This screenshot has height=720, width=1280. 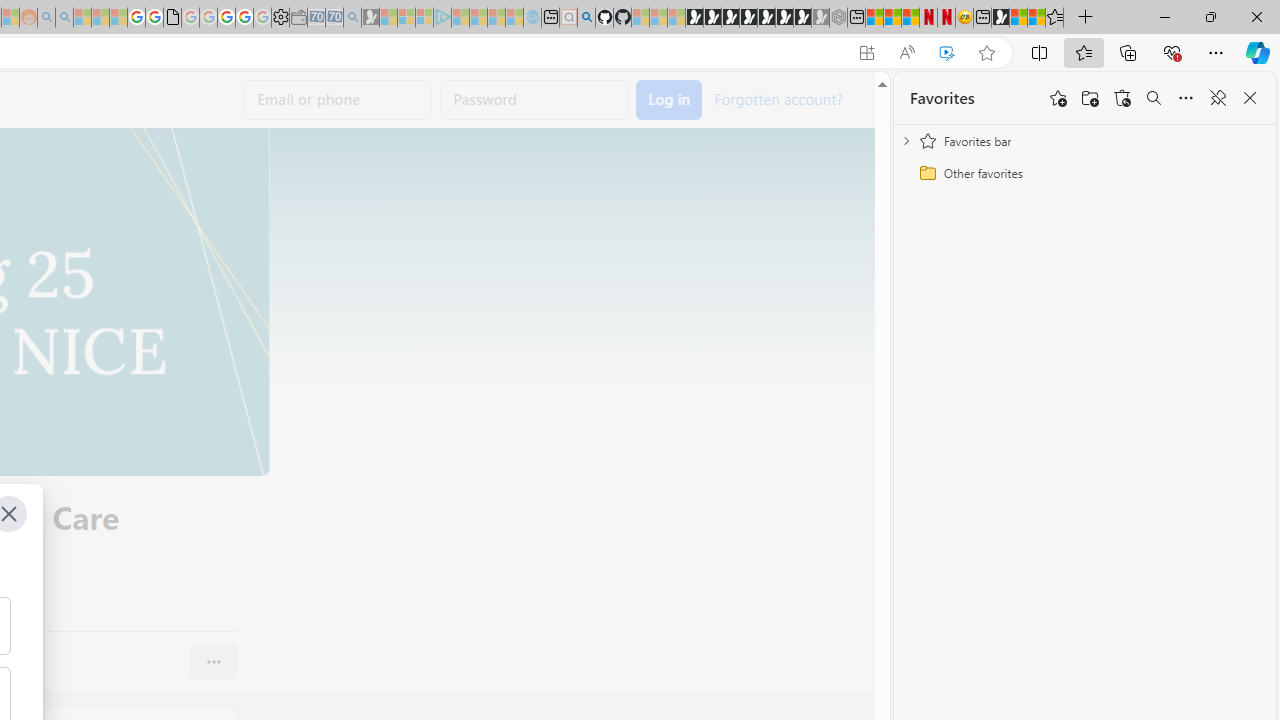 What do you see at coordinates (1153, 98) in the screenshot?
I see `'Search favorites'` at bounding box center [1153, 98].